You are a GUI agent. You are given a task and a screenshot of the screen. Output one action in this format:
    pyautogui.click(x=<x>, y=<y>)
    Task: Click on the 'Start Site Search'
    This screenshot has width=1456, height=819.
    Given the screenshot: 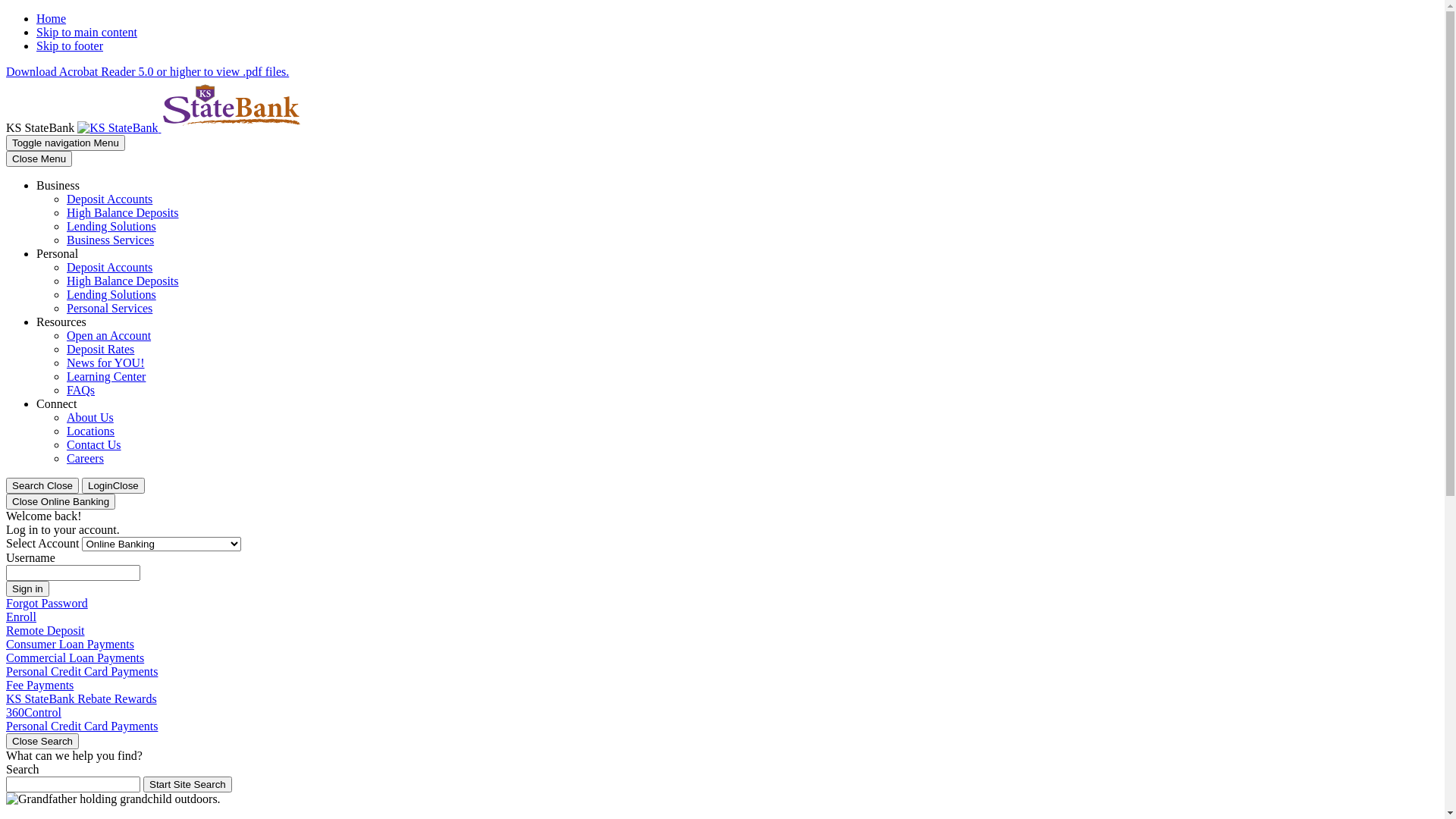 What is the action you would take?
    pyautogui.click(x=187, y=784)
    